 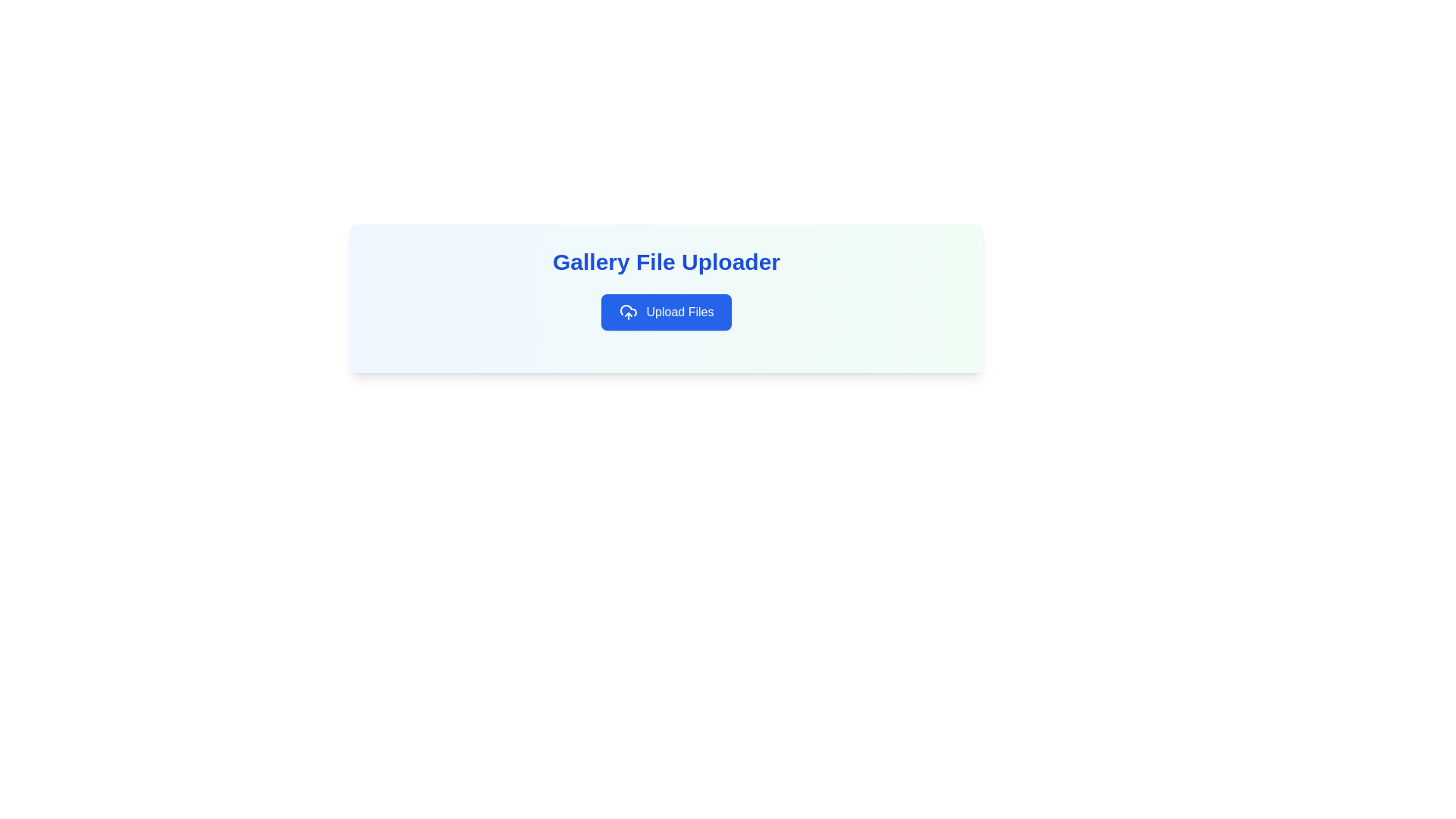 I want to click on the 'Upload Files' button, which has a blue background and white text, located under the 'Gallery File Uploader' title, so click(x=666, y=312).